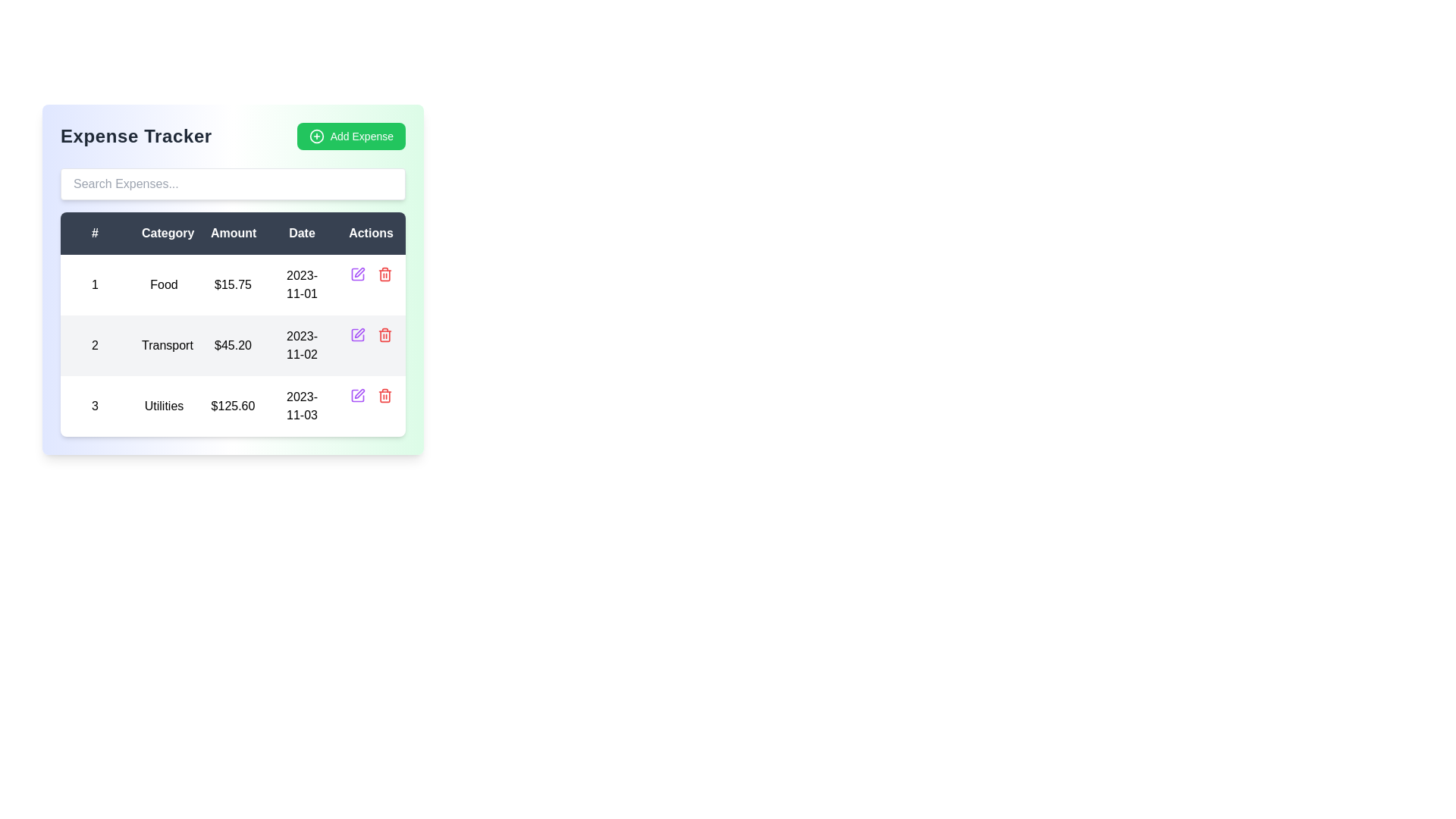  What do you see at coordinates (232, 406) in the screenshot?
I see `the Text display showing the amount '$125.60' in the third row of the table under the 'Amount' column` at bounding box center [232, 406].